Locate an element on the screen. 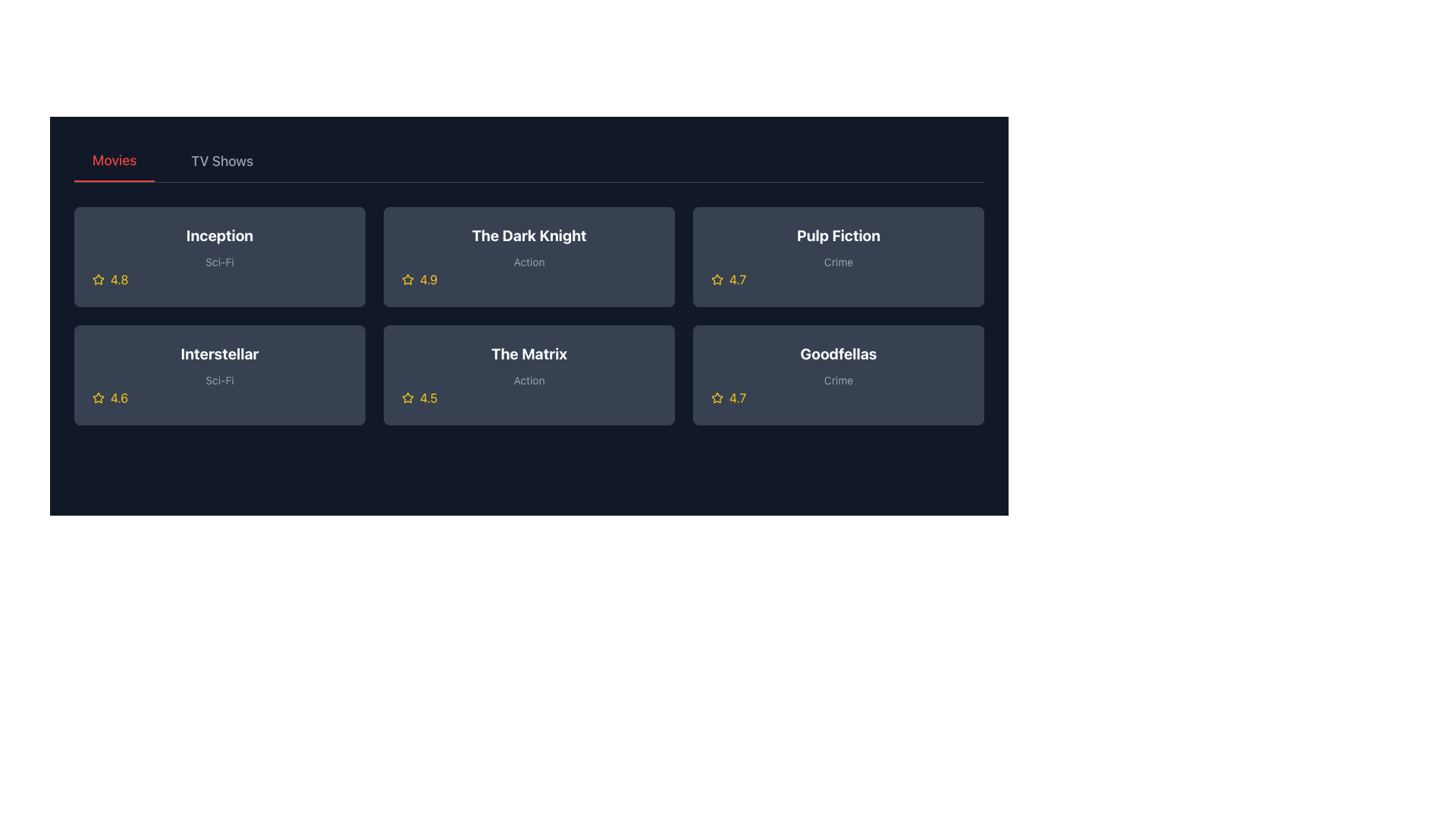 The image size is (1456, 819). the Informational icon, which is a circular icon with a distinct inner 'i' shape is located at coordinates (837, 375).